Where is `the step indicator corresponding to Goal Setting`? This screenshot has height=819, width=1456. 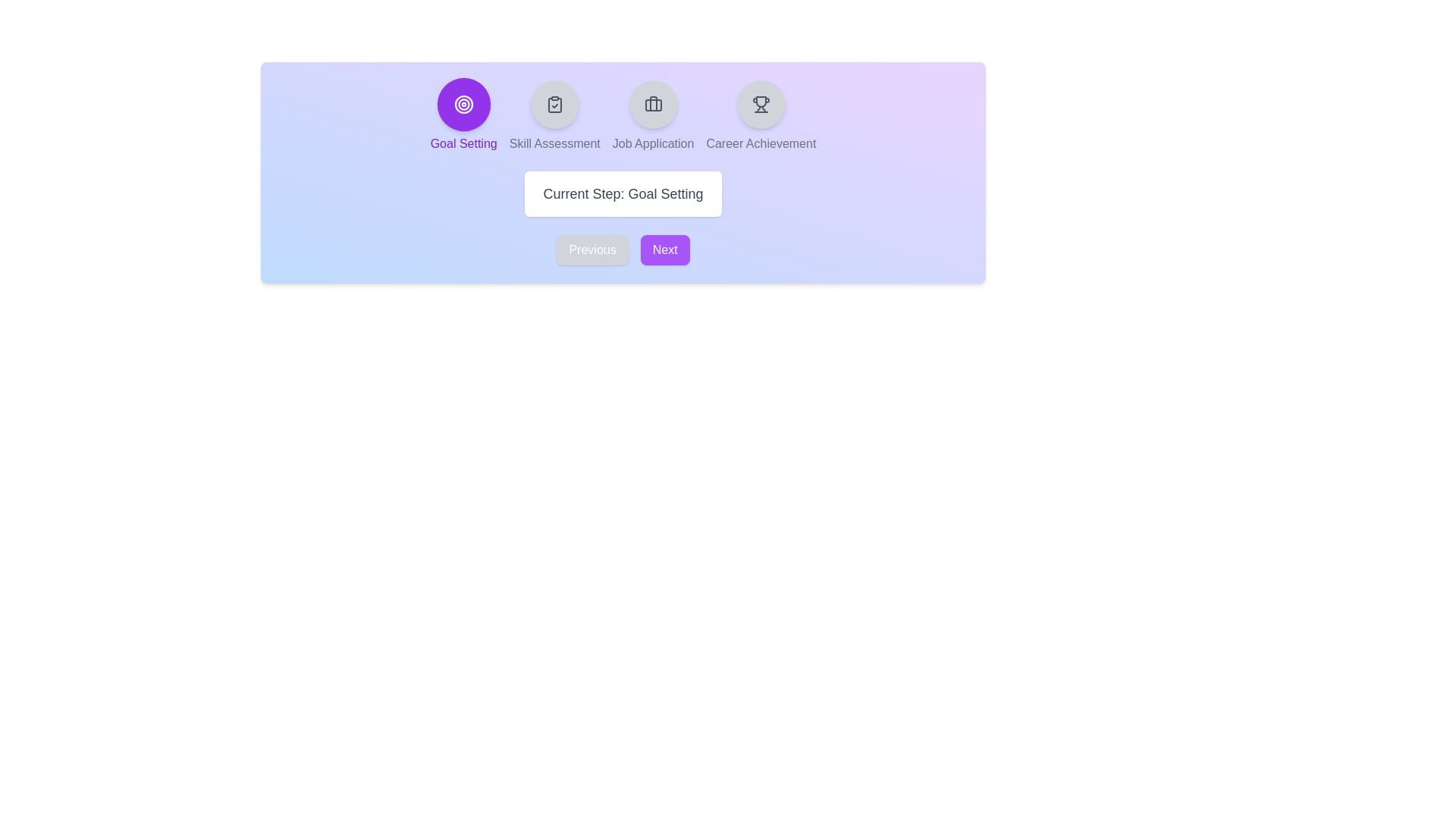
the step indicator corresponding to Goal Setting is located at coordinates (463, 104).